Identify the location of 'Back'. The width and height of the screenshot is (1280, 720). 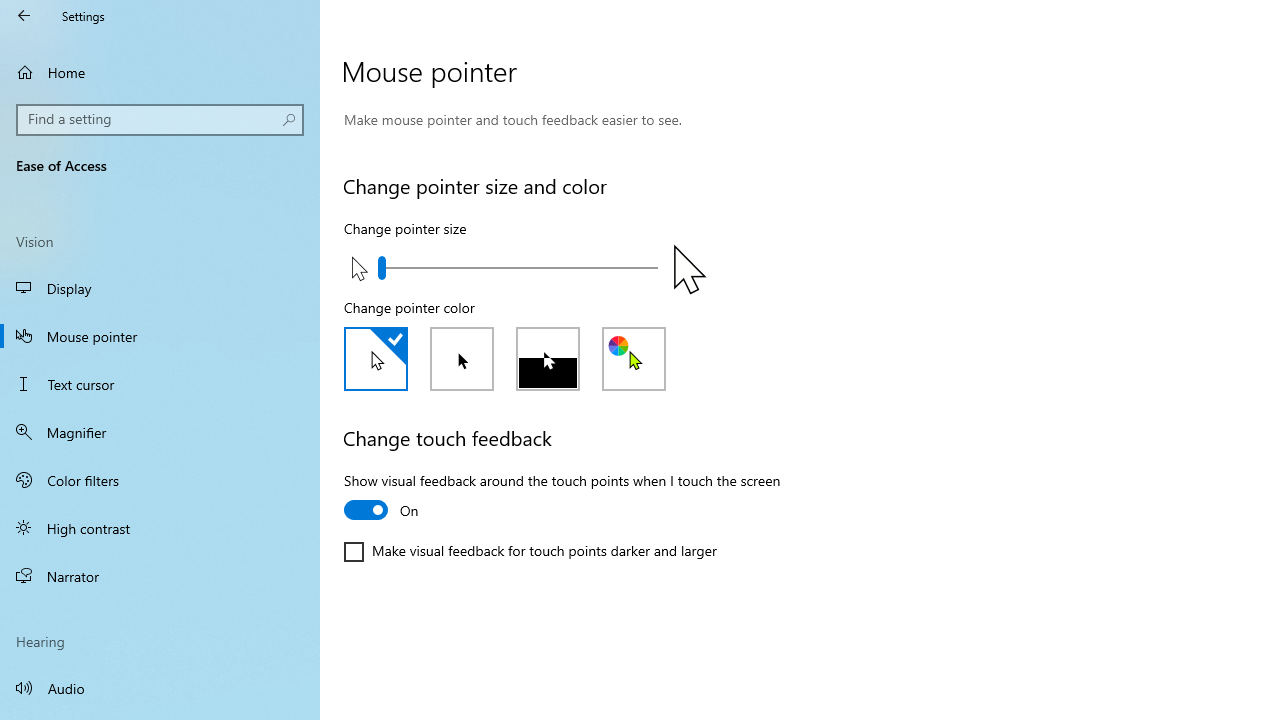
(24, 15).